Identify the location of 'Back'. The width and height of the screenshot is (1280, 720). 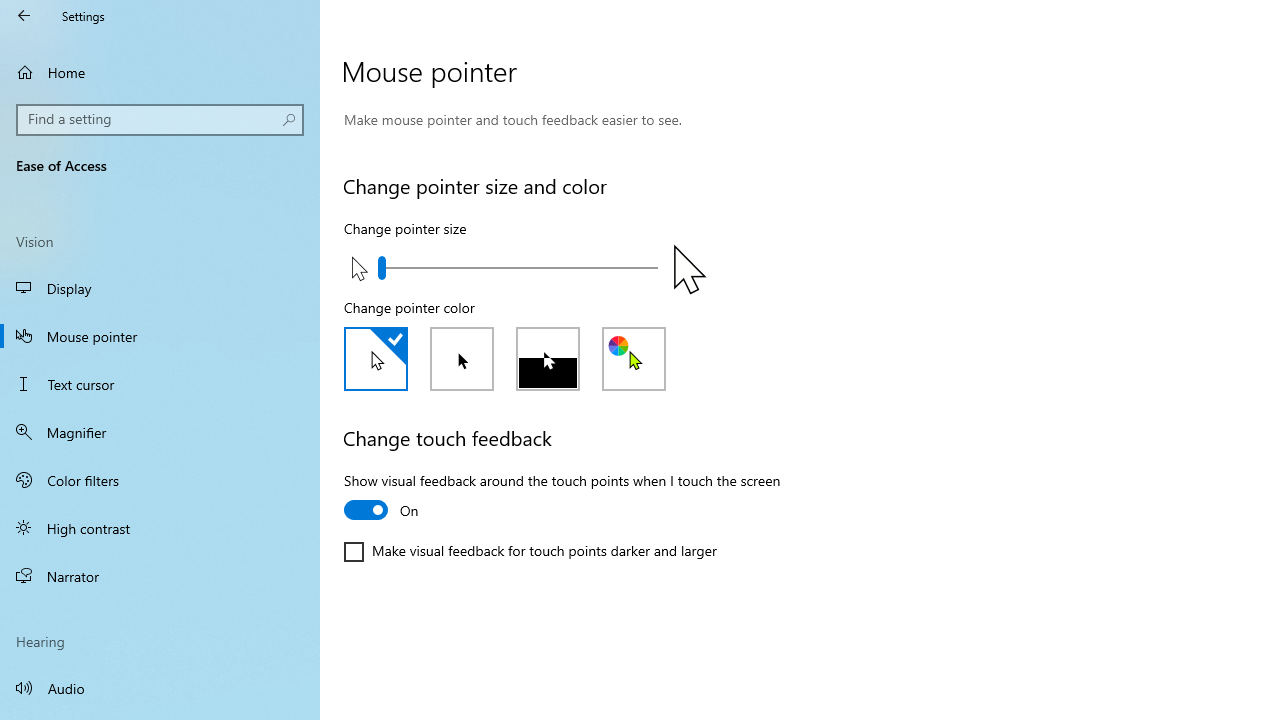
(24, 15).